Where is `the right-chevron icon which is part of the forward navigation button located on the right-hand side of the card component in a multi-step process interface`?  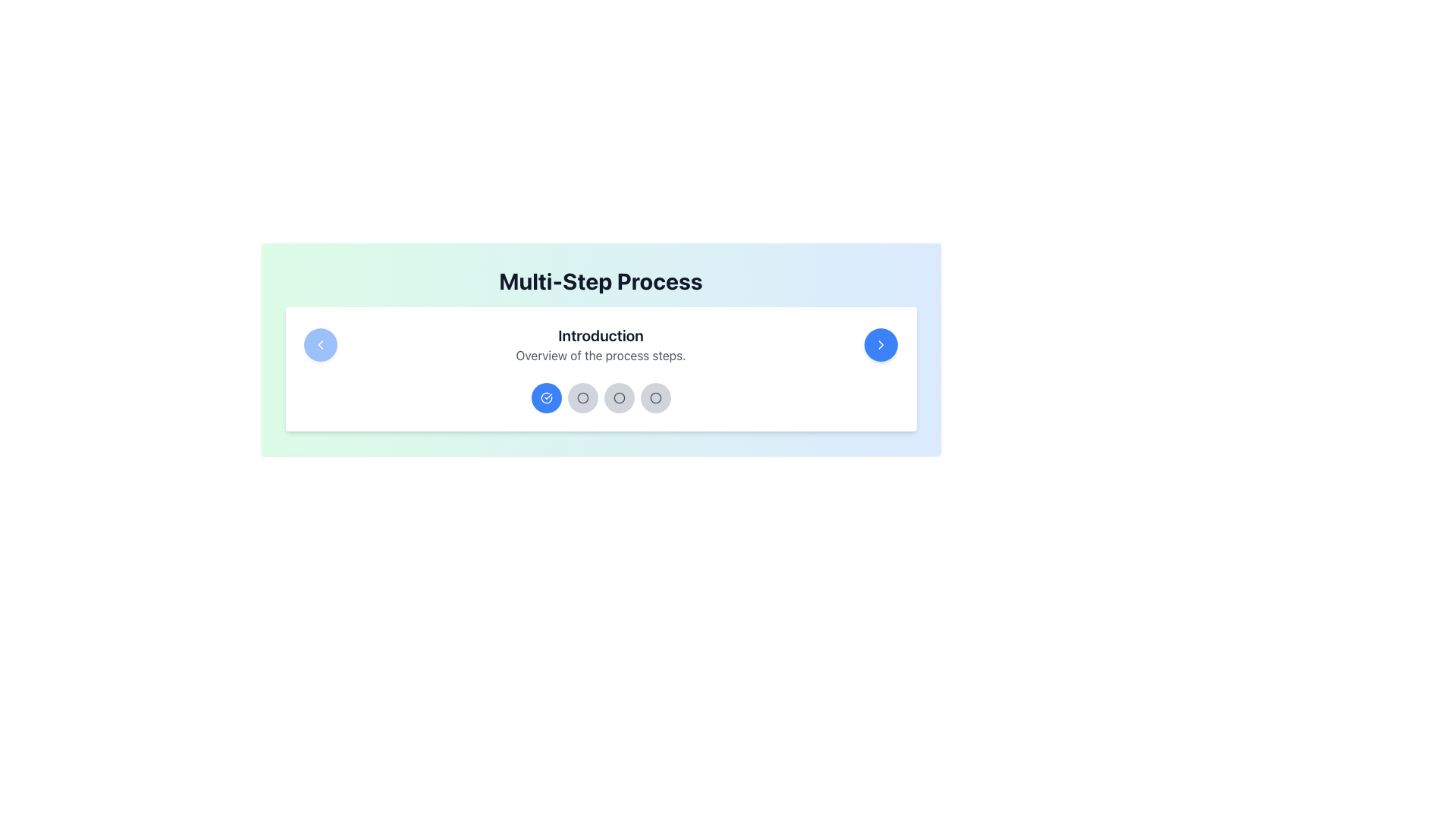
the right-chevron icon which is part of the forward navigation button located on the right-hand side of the card component in a multi-step process interface is located at coordinates (881, 345).